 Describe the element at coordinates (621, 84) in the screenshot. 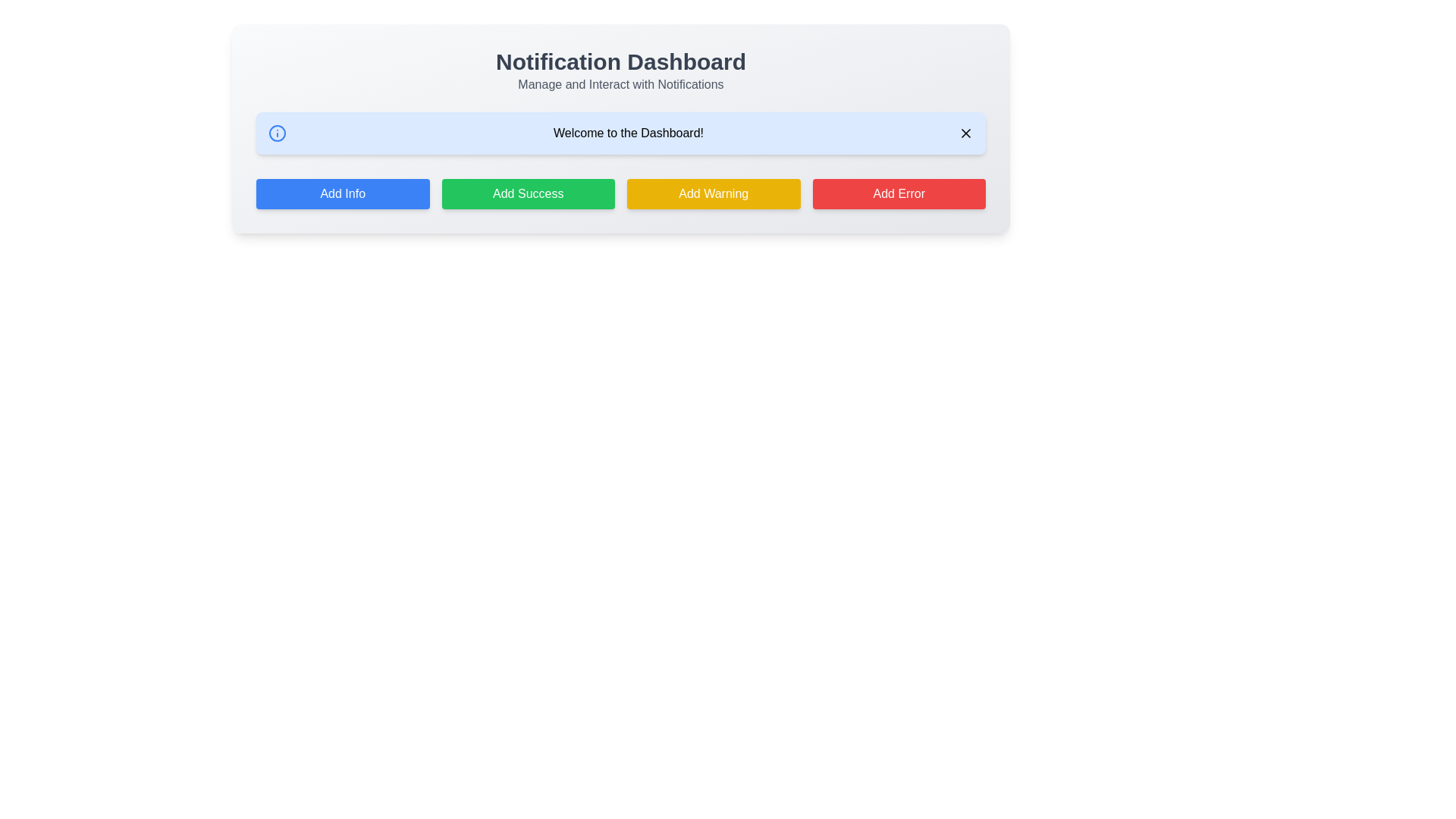

I see `the text label that says 'Manage and Interact with Notifications', which is styled in a lighter gray color and positioned directly below the 'Notification Dashboard' title` at that location.